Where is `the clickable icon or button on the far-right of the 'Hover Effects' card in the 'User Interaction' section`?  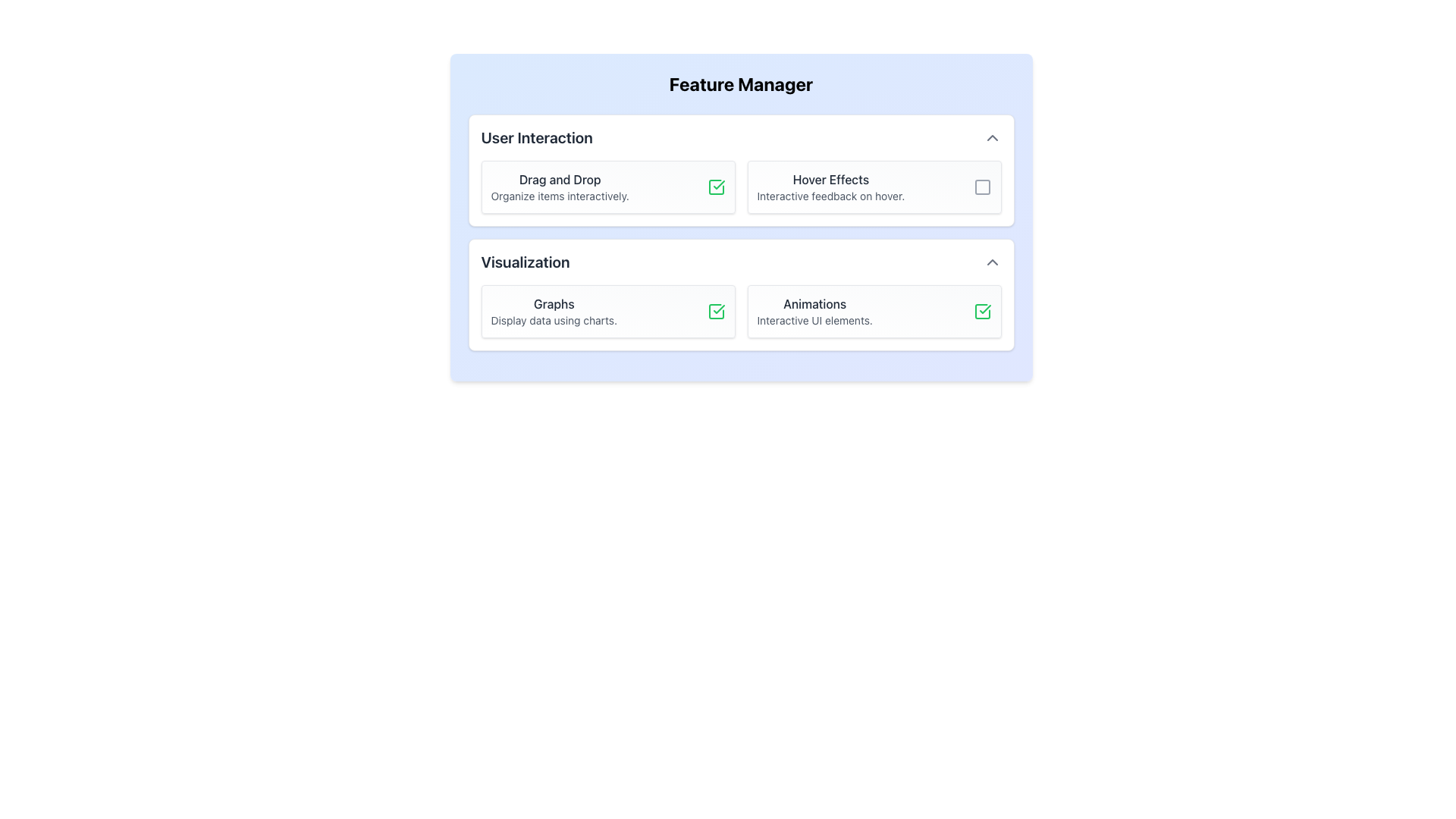
the clickable icon or button on the far-right of the 'Hover Effects' card in the 'User Interaction' section is located at coordinates (982, 186).